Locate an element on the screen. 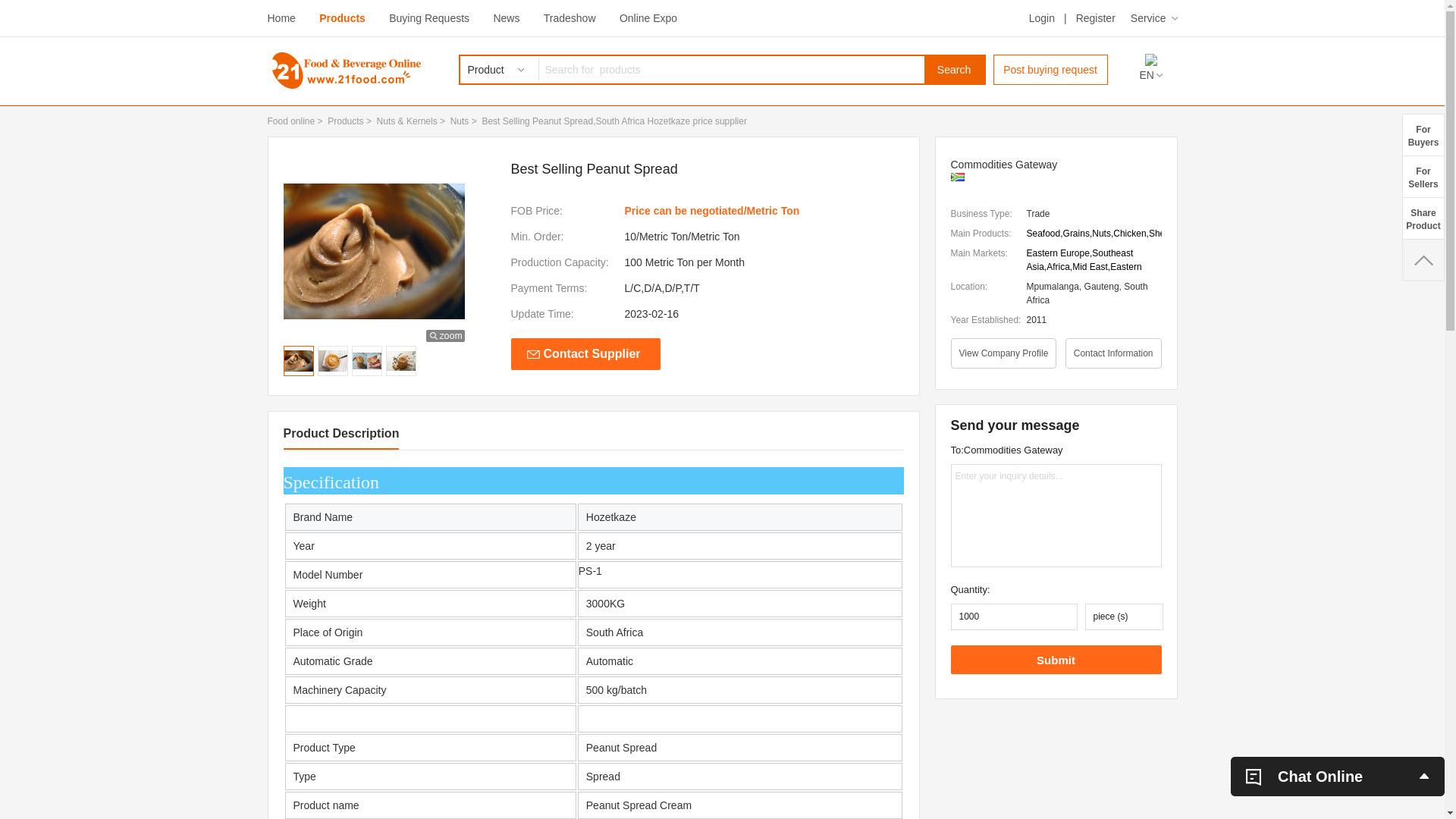 The width and height of the screenshot is (1456, 819). 'Contact Information' is located at coordinates (1113, 353).